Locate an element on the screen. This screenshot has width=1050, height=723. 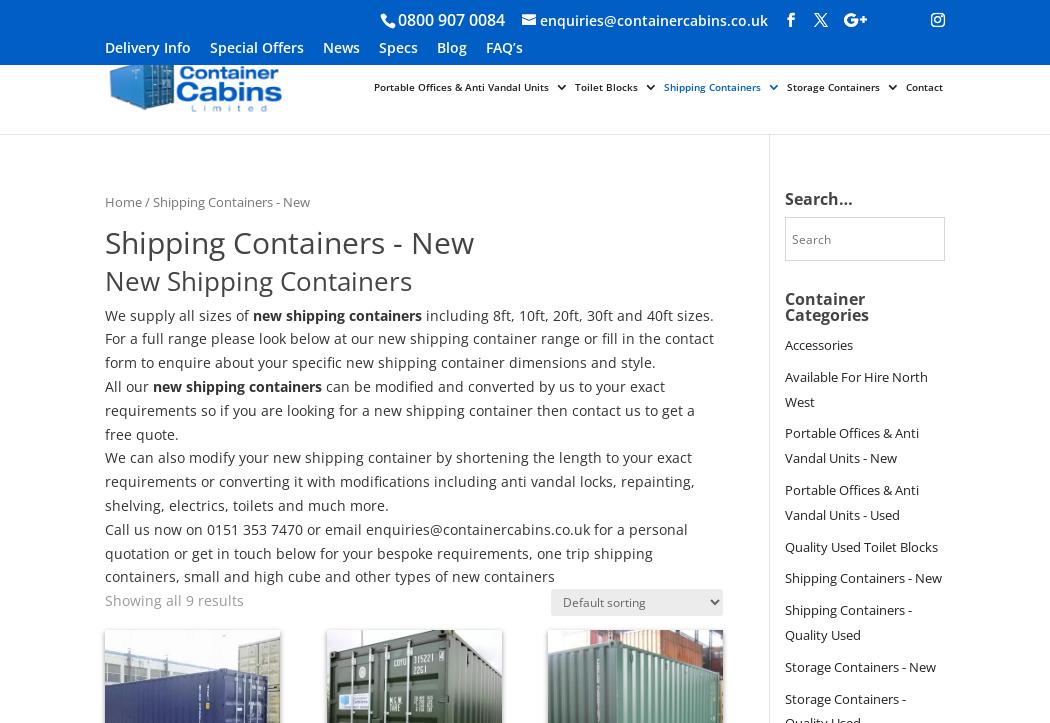
'FAQ’s' is located at coordinates (503, 46).